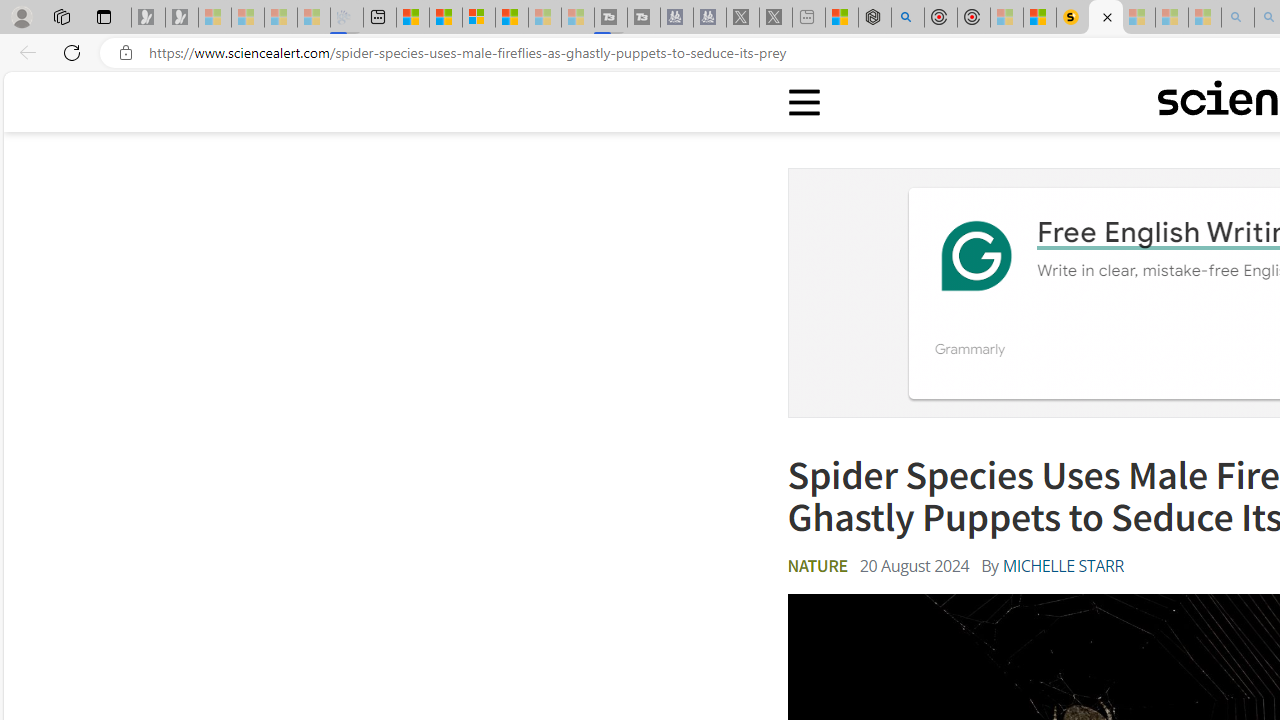  Describe the element at coordinates (803, 102) in the screenshot. I see `'Class: sciencealert-menu-desktop-svg '` at that location.